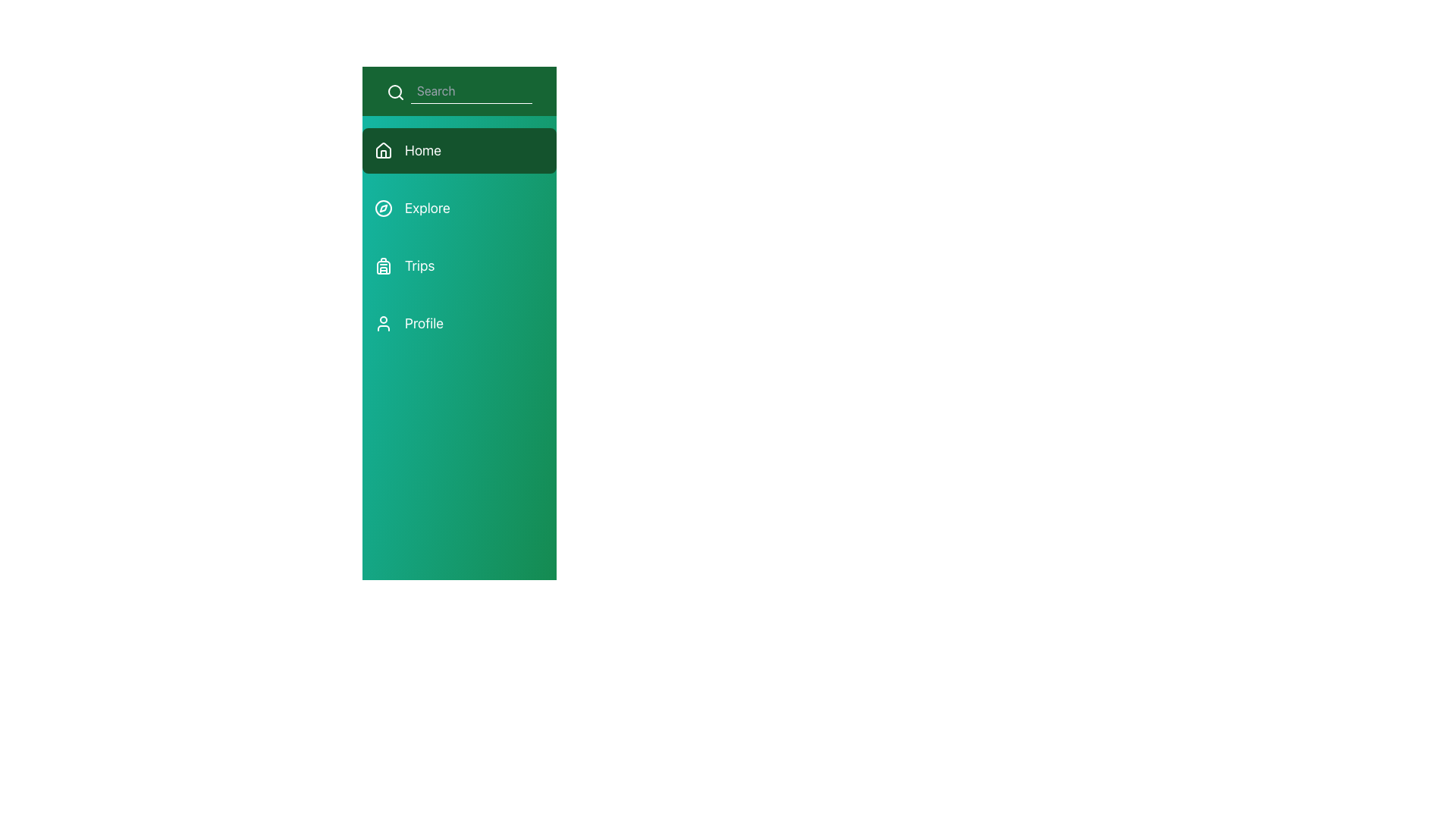  Describe the element at coordinates (383, 208) in the screenshot. I see `the SVG circle element that represents the compass in the 'Explore' menu option, located in the navigation panel` at that location.